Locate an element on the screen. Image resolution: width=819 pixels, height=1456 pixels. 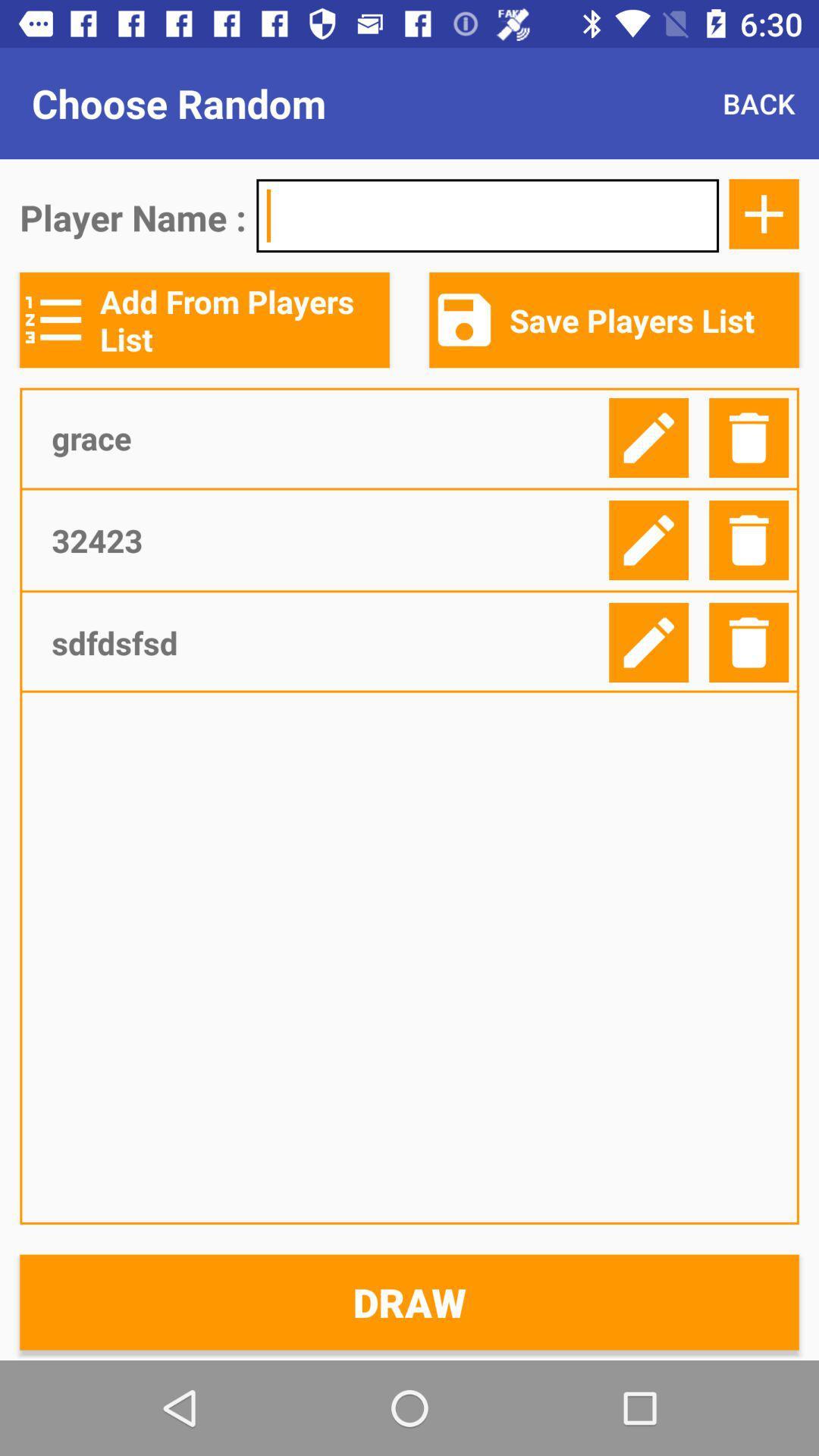
delete list item is located at coordinates (748, 540).